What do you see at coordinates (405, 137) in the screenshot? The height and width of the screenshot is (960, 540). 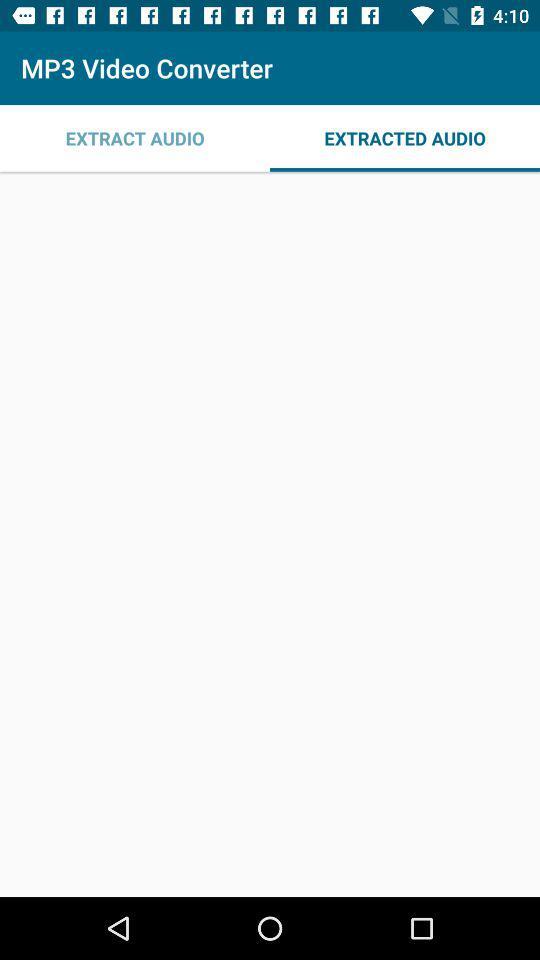 I see `icon at the top right corner` at bounding box center [405, 137].